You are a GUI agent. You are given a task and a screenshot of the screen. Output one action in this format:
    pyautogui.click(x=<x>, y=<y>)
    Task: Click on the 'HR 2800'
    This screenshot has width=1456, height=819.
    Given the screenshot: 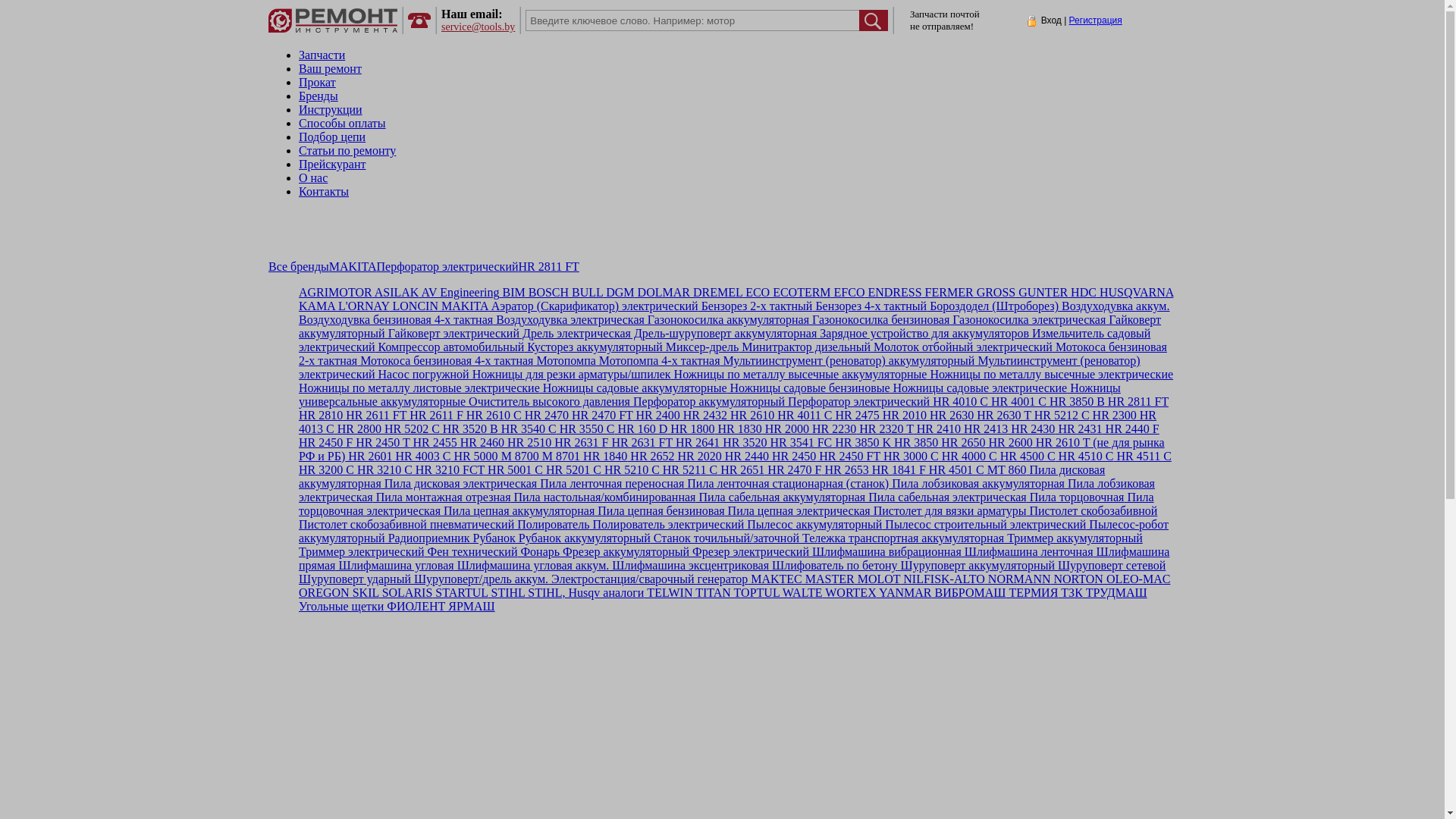 What is the action you would take?
    pyautogui.click(x=356, y=428)
    